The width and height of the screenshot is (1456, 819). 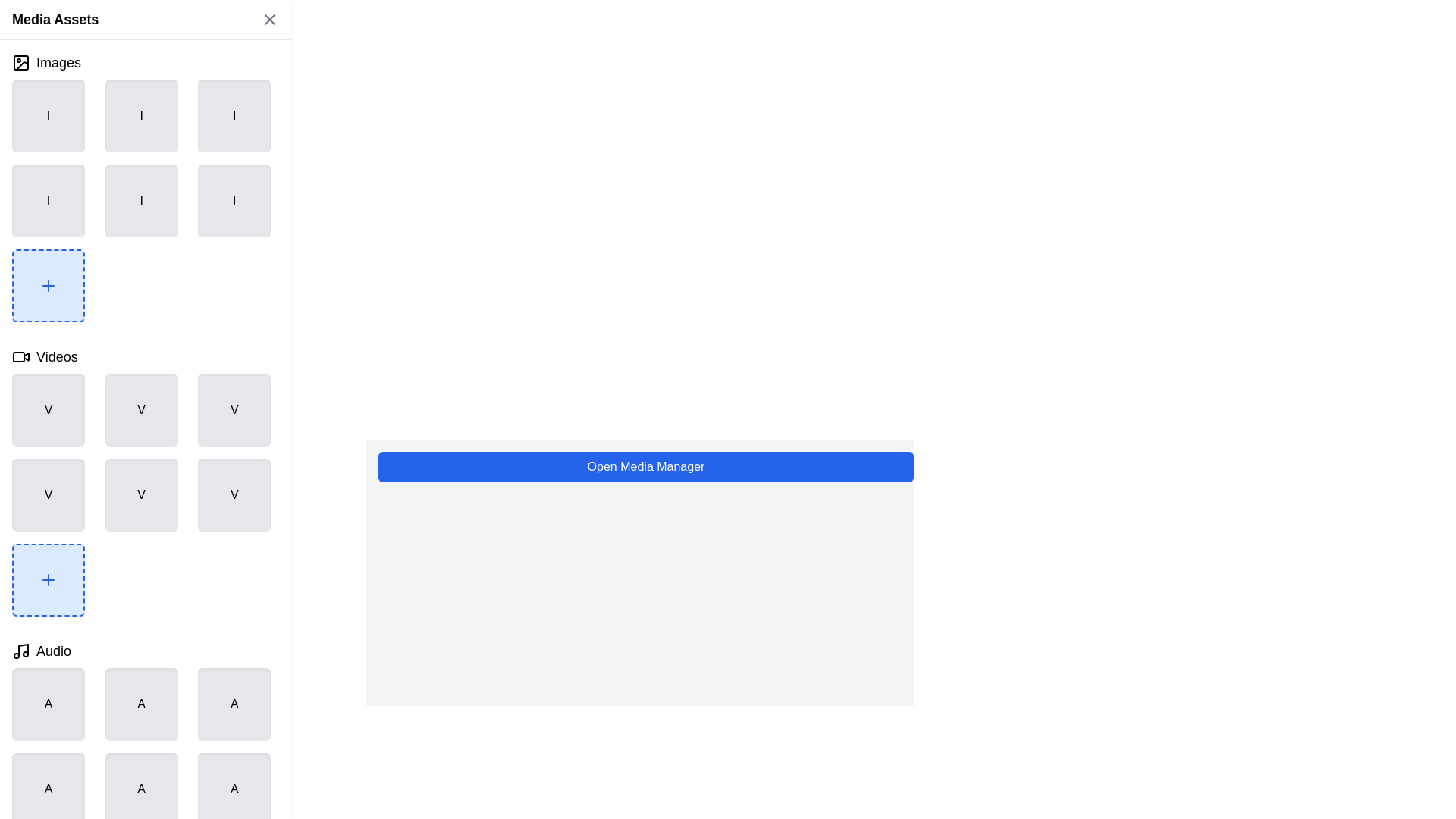 I want to click on the static visual placeholder for the 'Audio' file located in the topmost row of the grid layout, specifically the third element under the 'Audio' section, so click(x=234, y=704).